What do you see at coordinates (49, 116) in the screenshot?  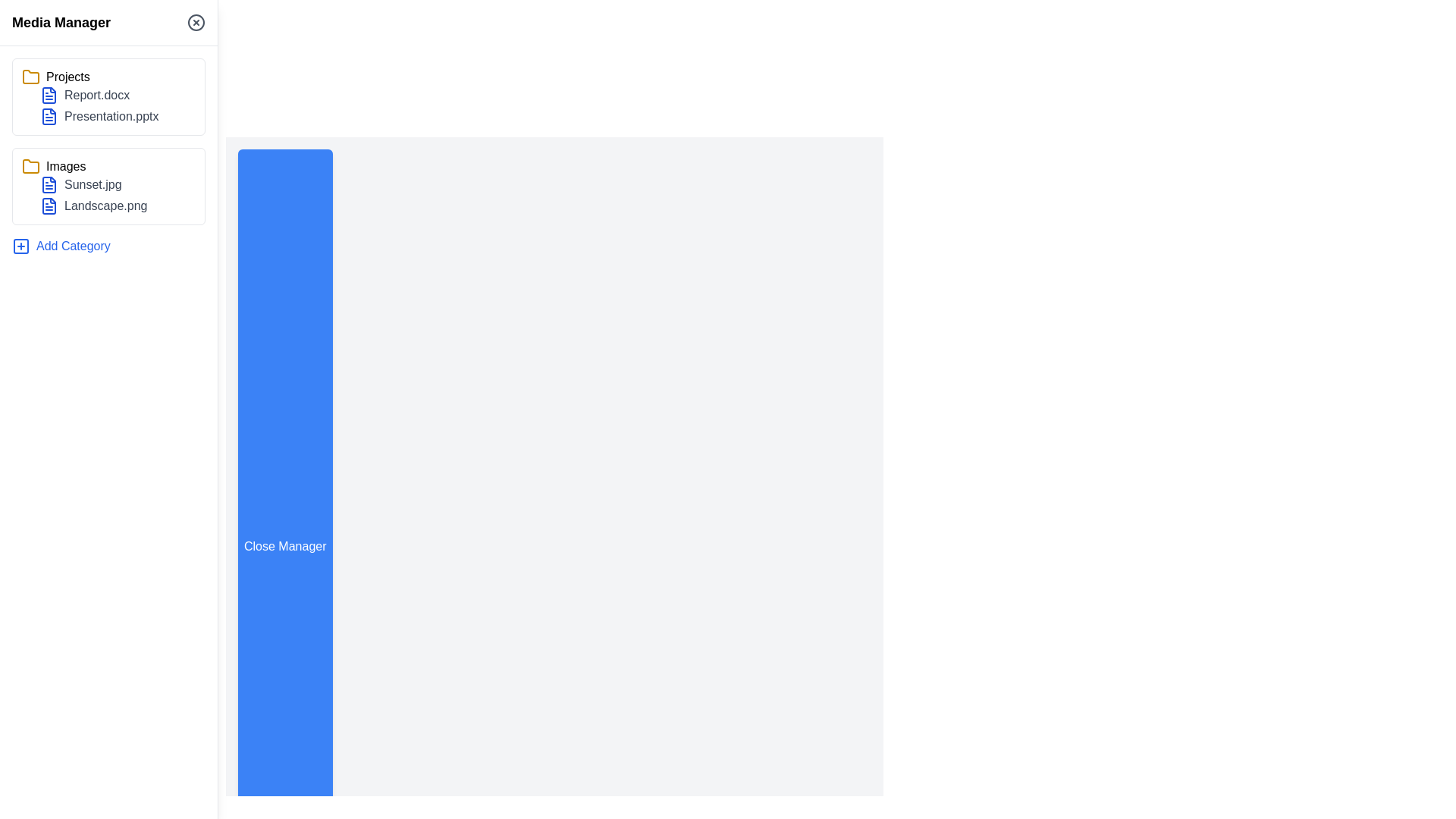 I see `the document icon in the left-side media manager to interact with the document it represents` at bounding box center [49, 116].